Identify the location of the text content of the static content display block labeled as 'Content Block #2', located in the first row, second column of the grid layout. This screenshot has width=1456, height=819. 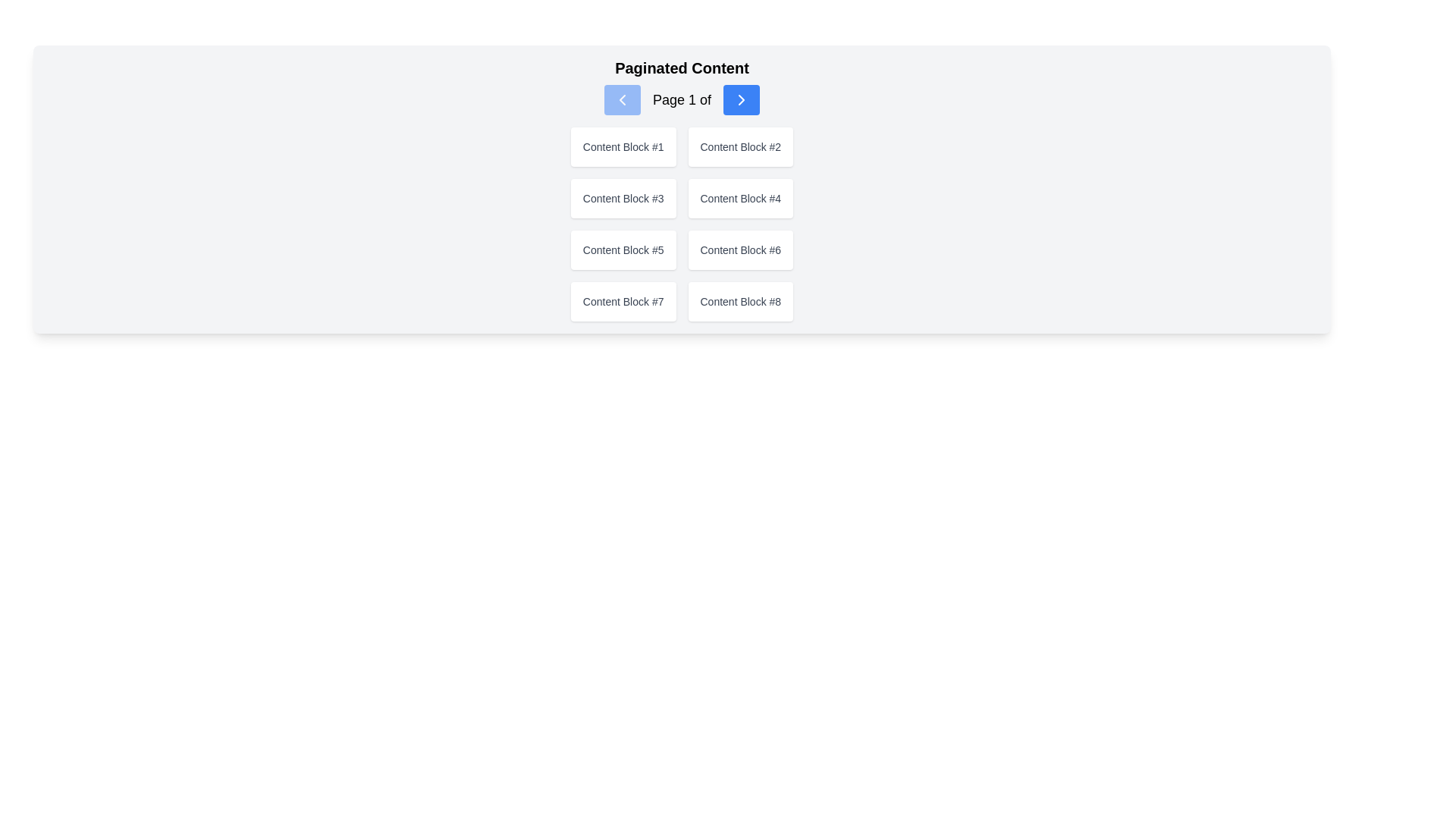
(740, 146).